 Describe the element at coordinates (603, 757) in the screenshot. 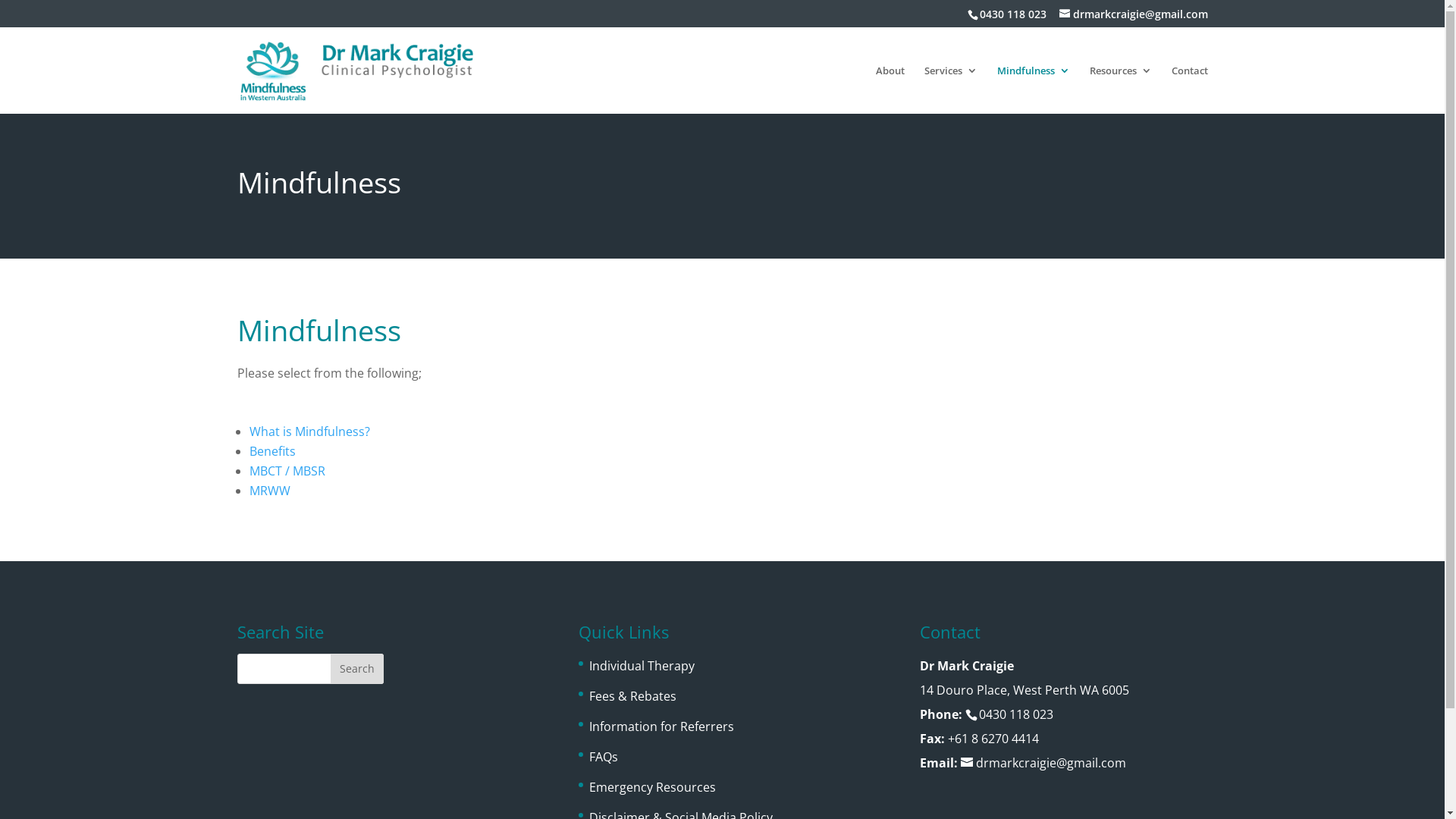

I see `'FAQs'` at that location.